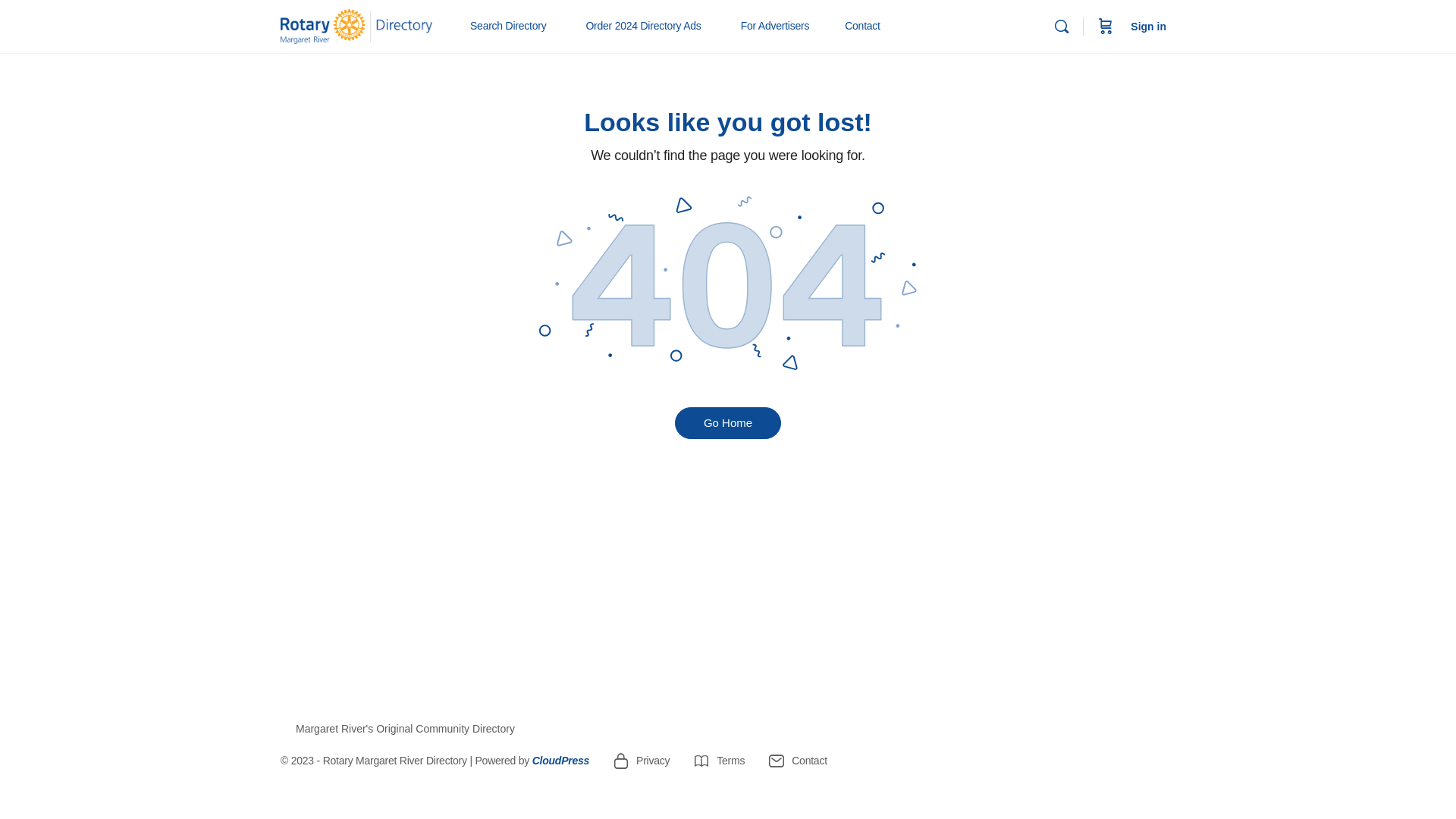 Image resolution: width=1456 pixels, height=819 pixels. I want to click on 'Terms', so click(717, 760).